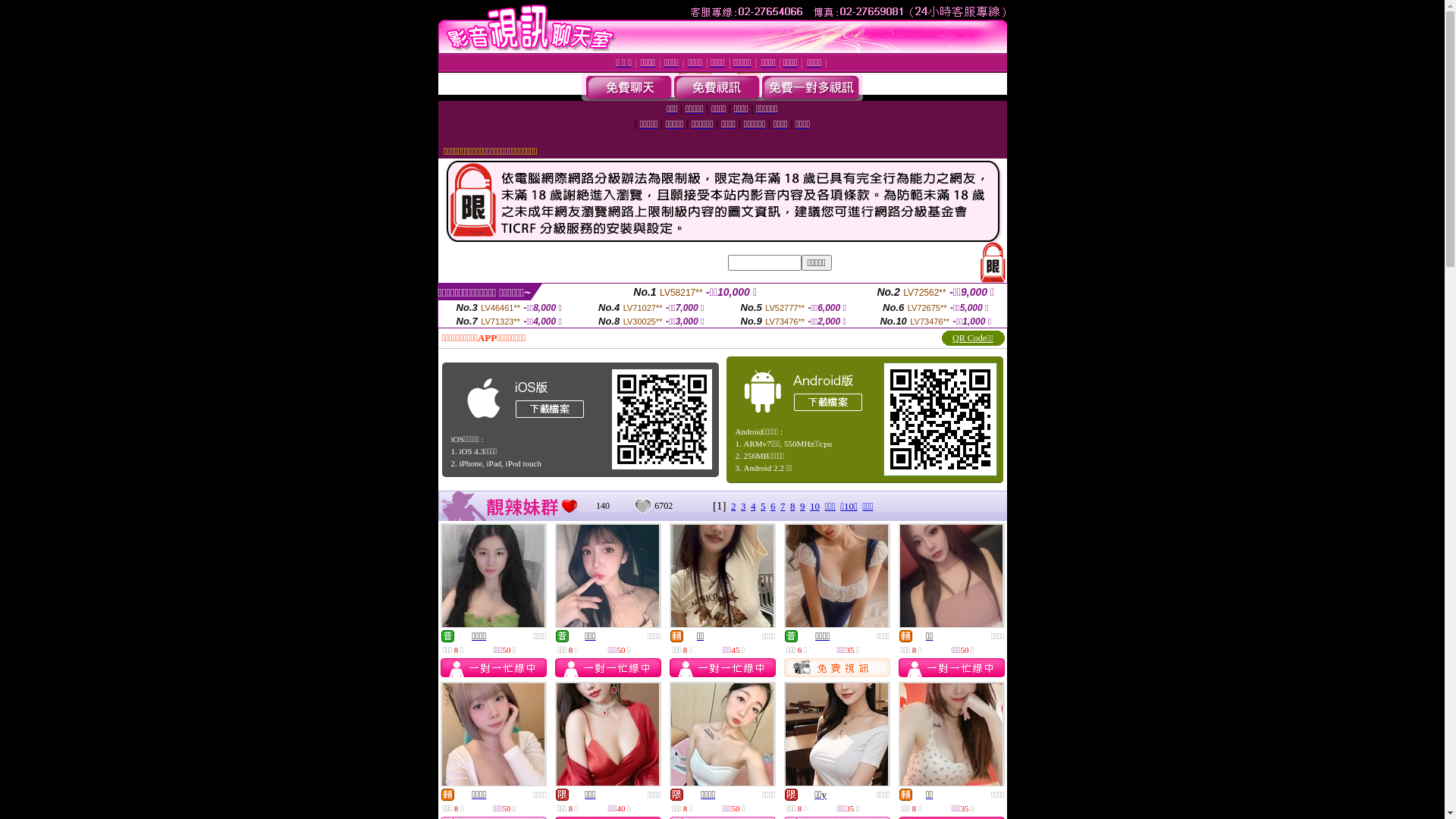 The width and height of the screenshot is (1456, 819). Describe the element at coordinates (783, 506) in the screenshot. I see `'7'` at that location.